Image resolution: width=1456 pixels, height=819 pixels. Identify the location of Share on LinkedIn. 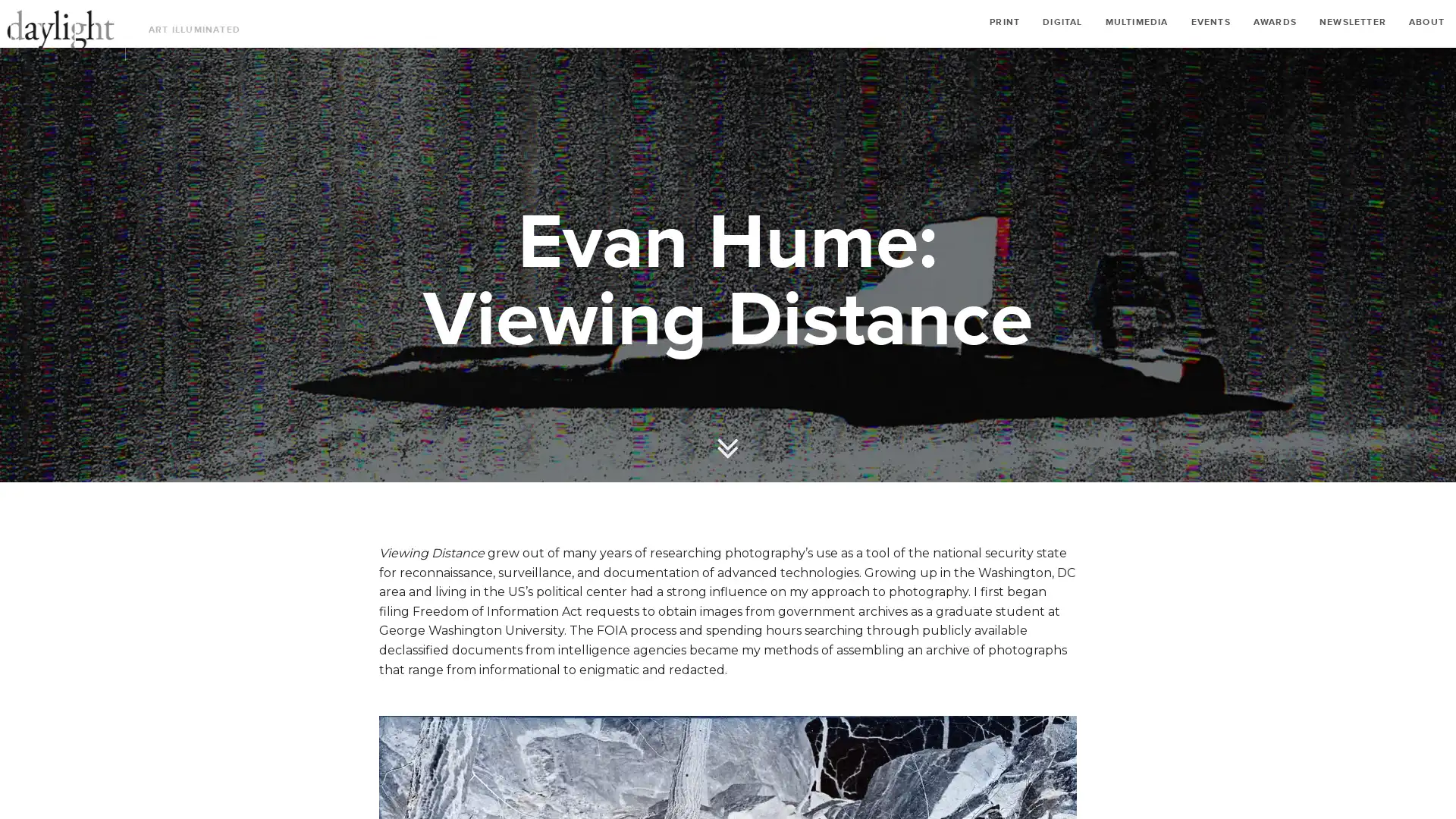
(1018, 747).